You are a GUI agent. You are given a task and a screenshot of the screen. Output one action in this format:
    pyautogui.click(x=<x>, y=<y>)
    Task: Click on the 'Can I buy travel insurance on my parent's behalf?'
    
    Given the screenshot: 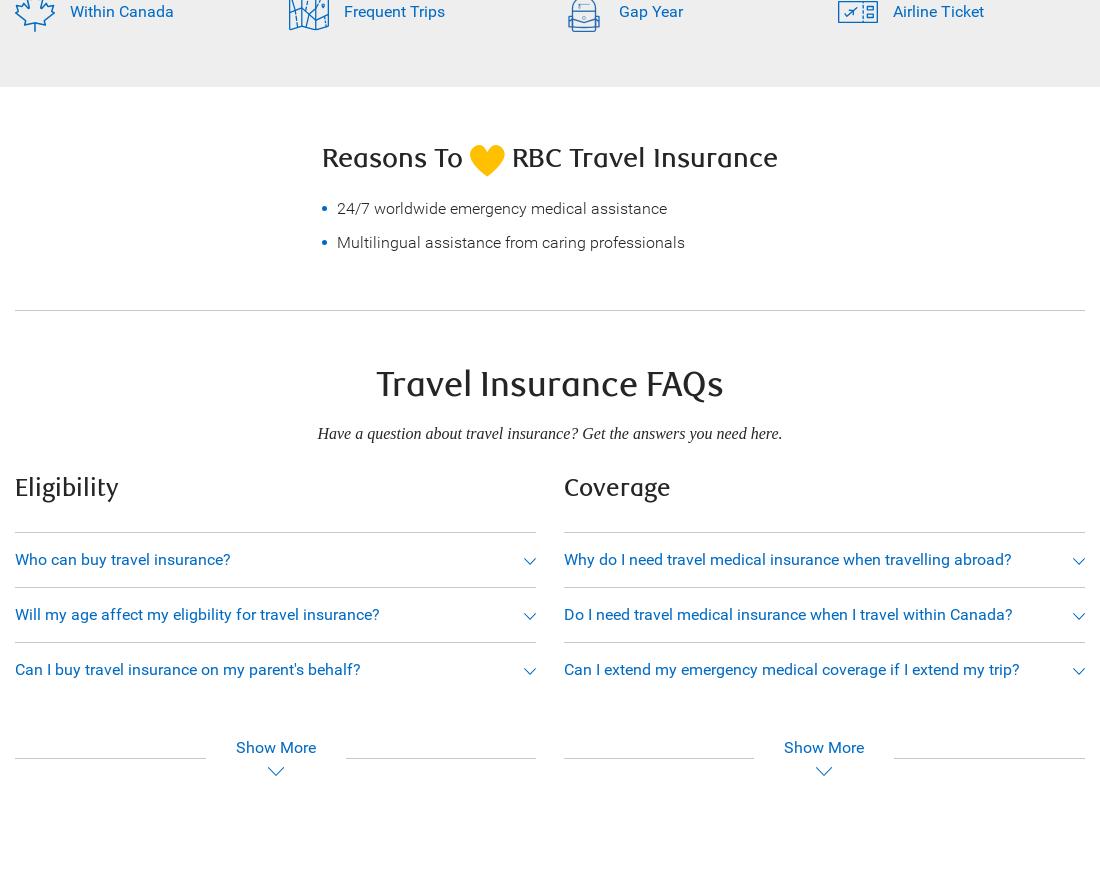 What is the action you would take?
    pyautogui.click(x=13, y=668)
    